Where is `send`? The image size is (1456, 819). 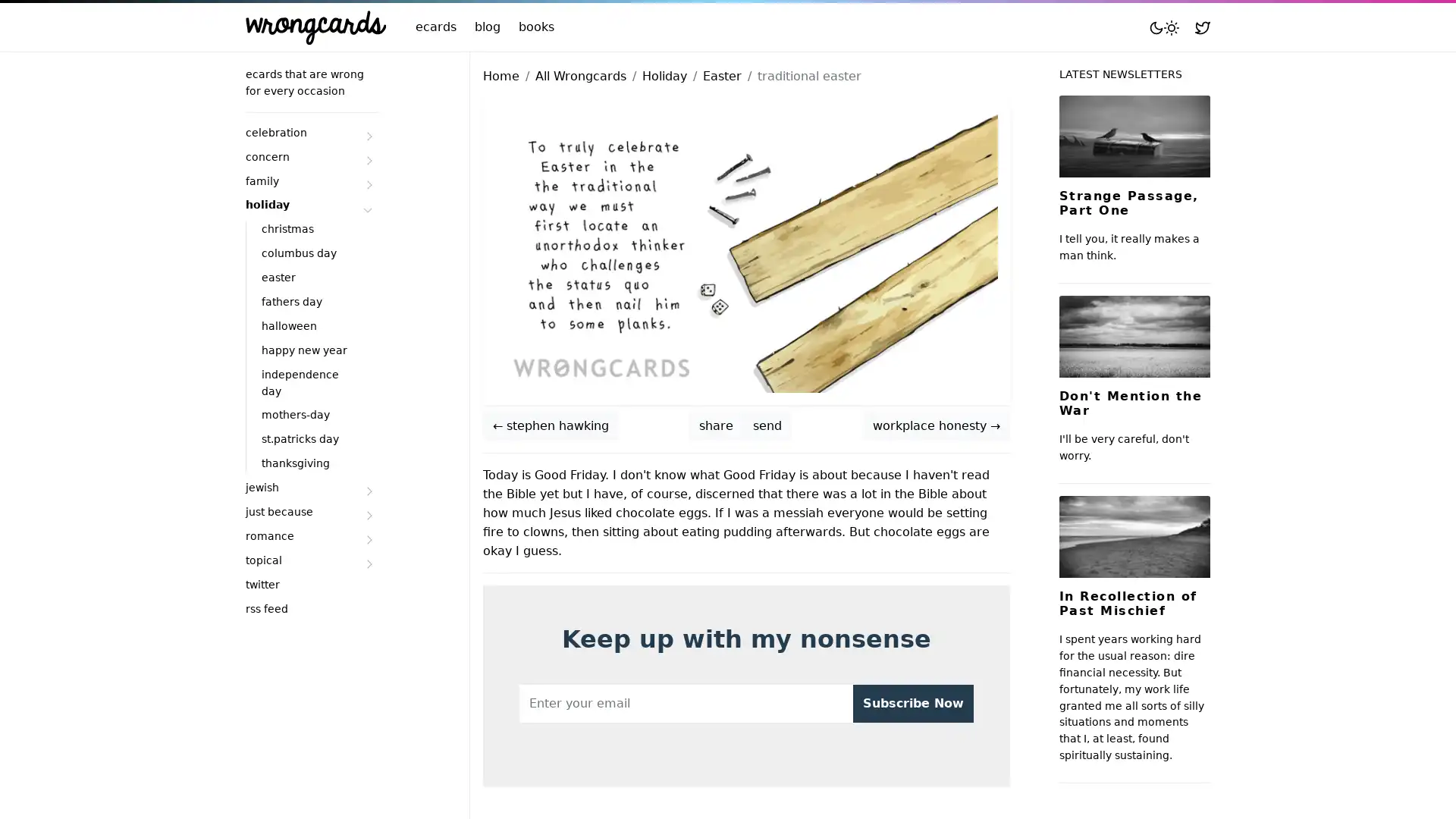
send is located at coordinates (767, 425).